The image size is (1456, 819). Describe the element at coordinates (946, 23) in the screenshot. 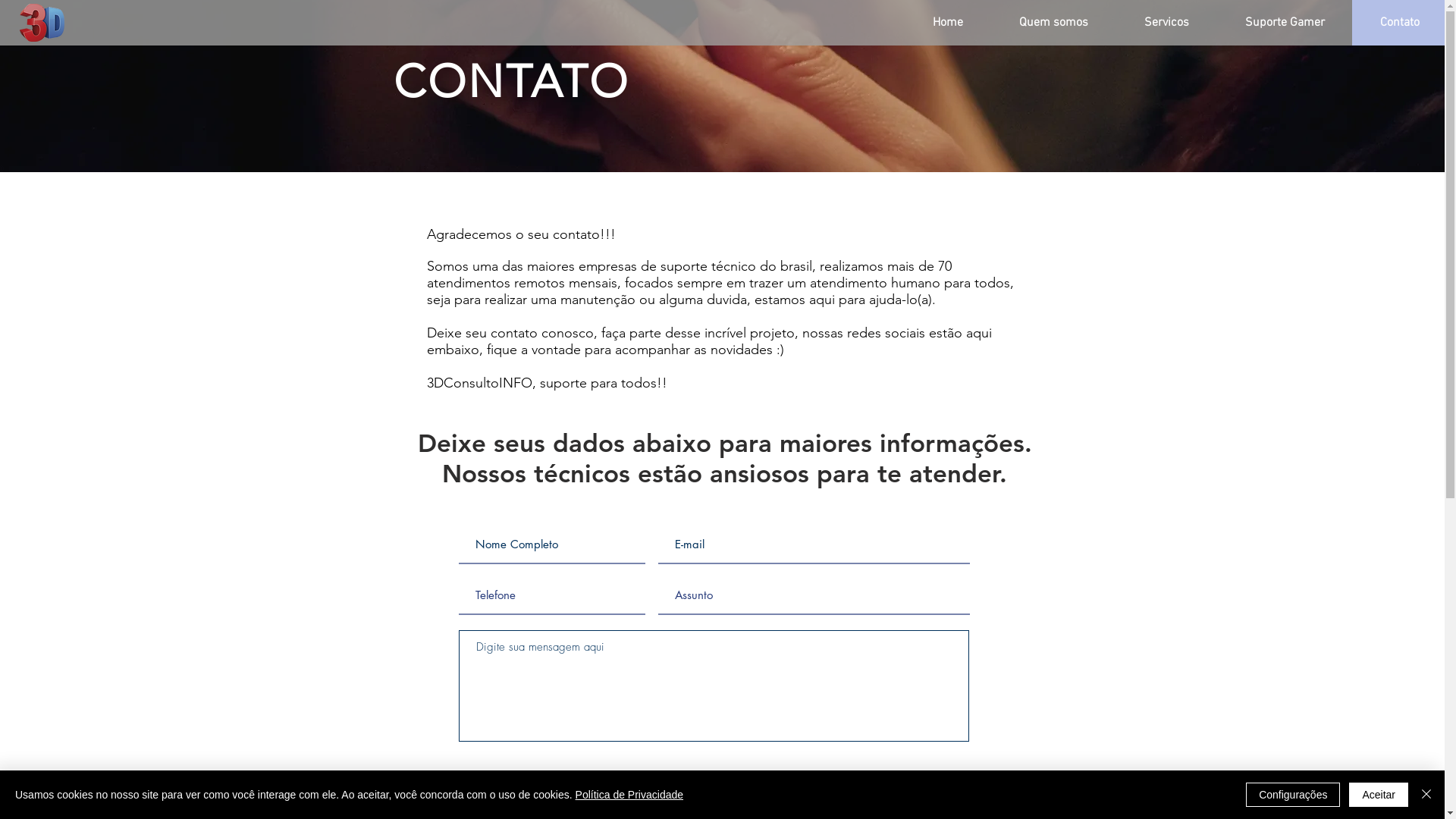

I see `'Home'` at that location.